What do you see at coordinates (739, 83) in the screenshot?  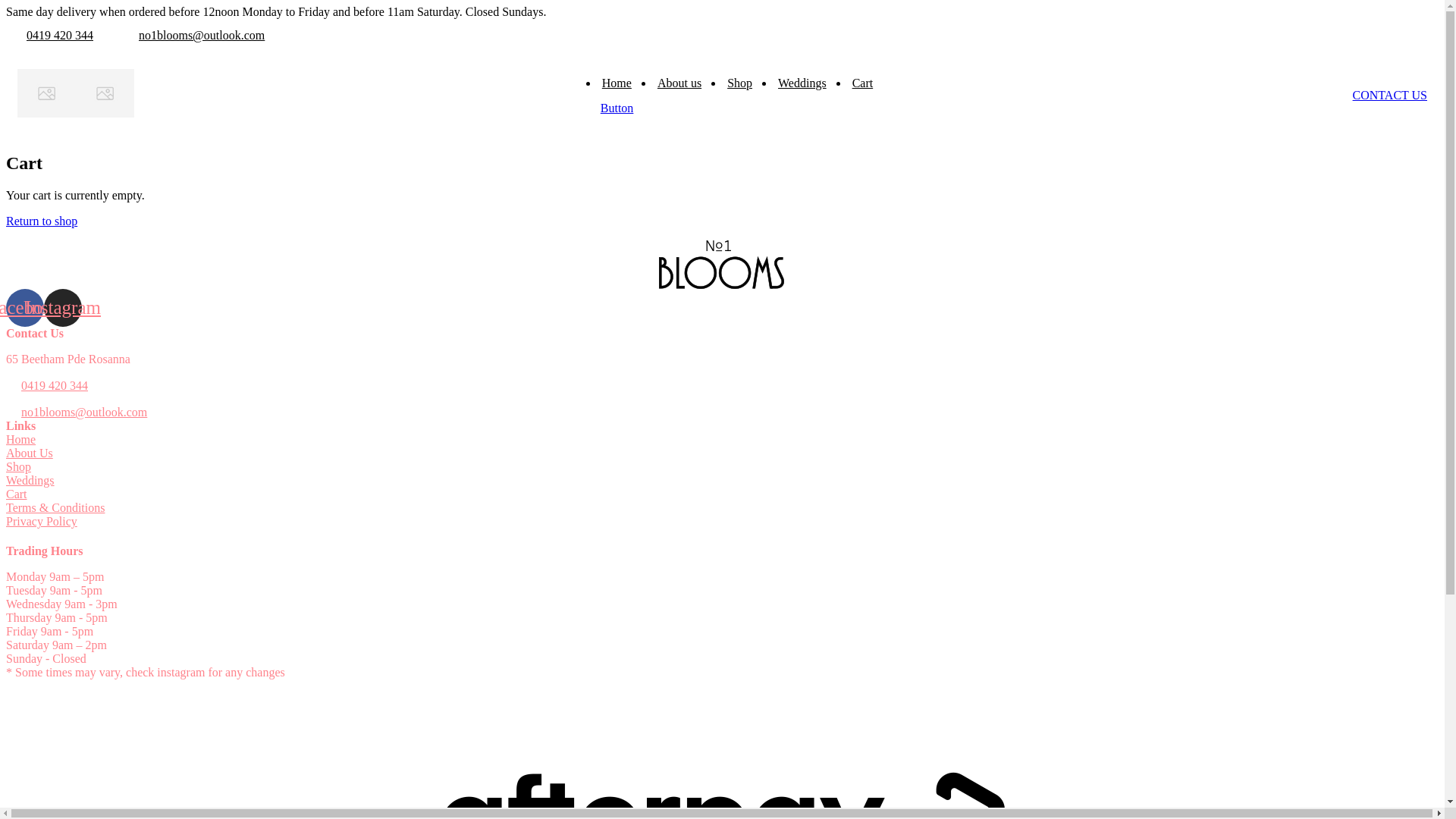 I see `'Shop'` at bounding box center [739, 83].